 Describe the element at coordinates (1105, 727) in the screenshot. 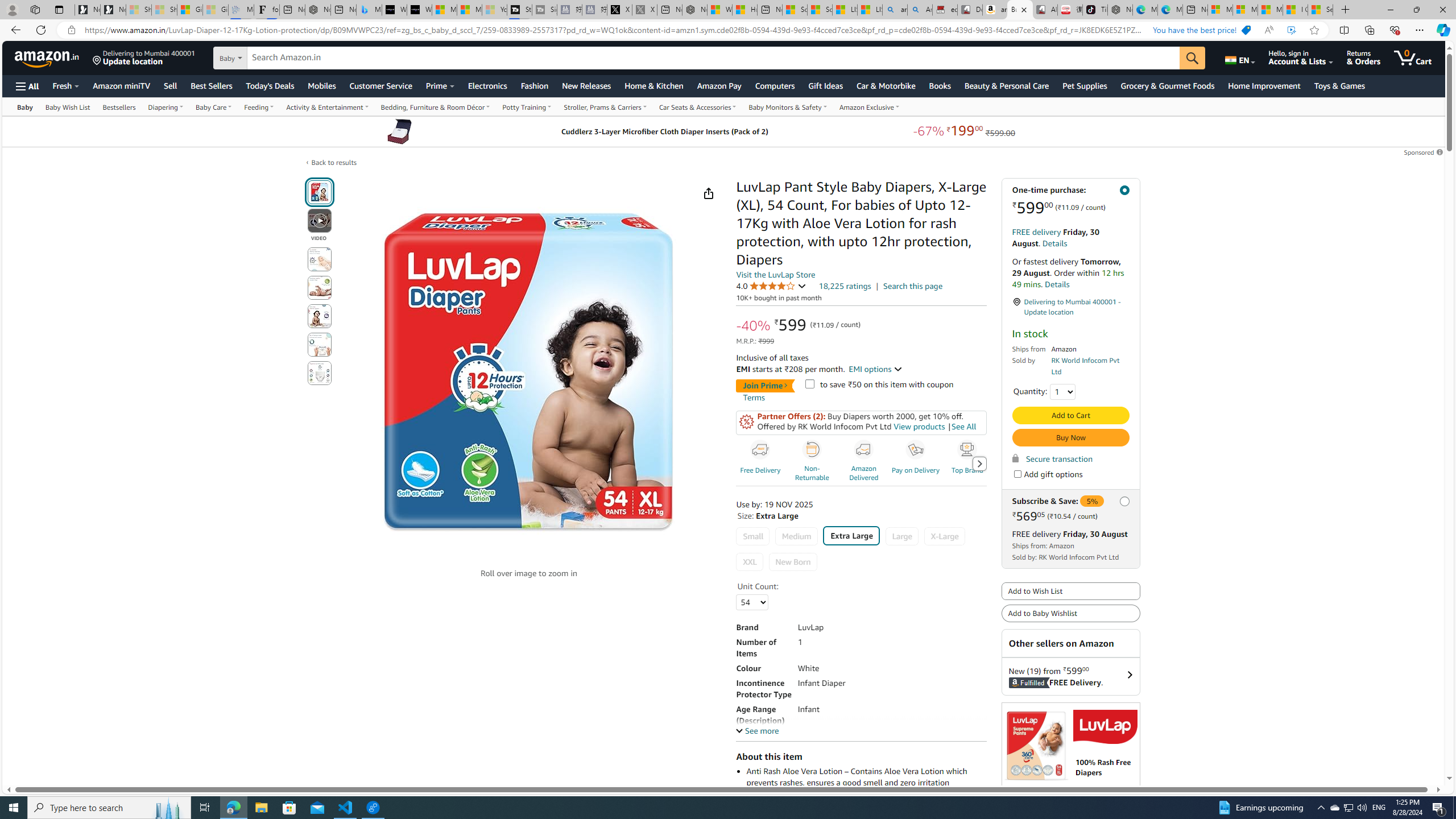

I see `'Logo'` at that location.